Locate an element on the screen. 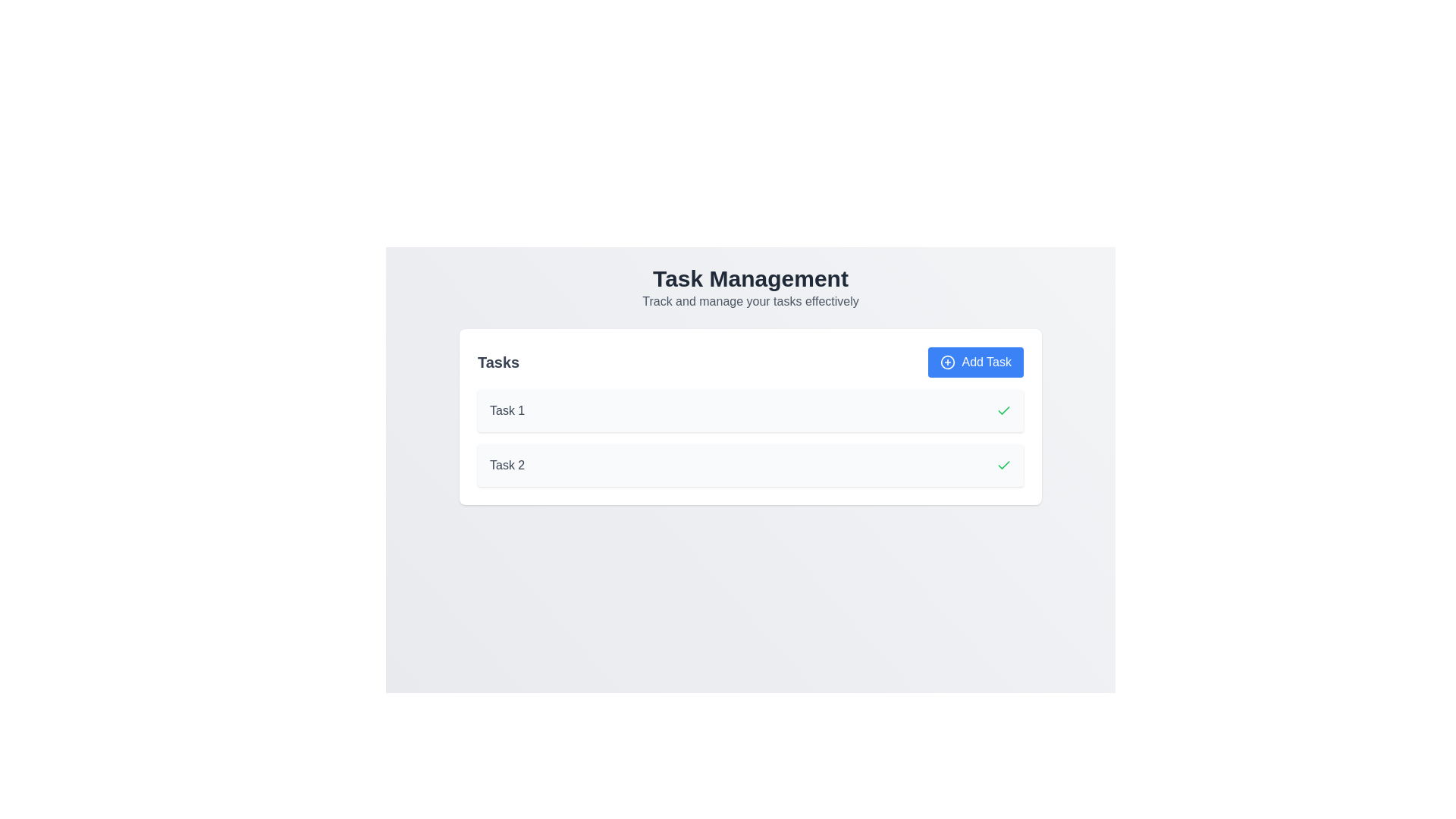 The image size is (1456, 819). the main title text label indicating the purpose of the task management interface, which is centered at the top of the visible content area is located at coordinates (750, 278).